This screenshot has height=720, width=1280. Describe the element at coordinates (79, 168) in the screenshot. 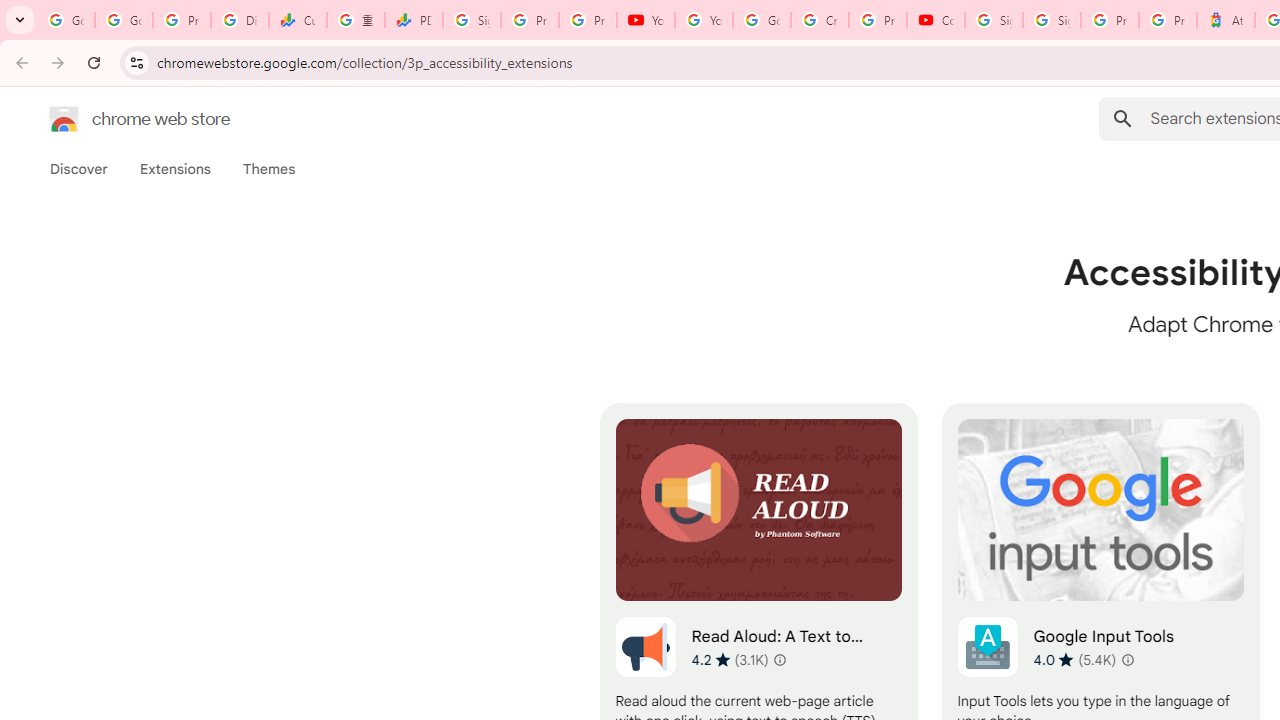

I see `'Discover'` at that location.